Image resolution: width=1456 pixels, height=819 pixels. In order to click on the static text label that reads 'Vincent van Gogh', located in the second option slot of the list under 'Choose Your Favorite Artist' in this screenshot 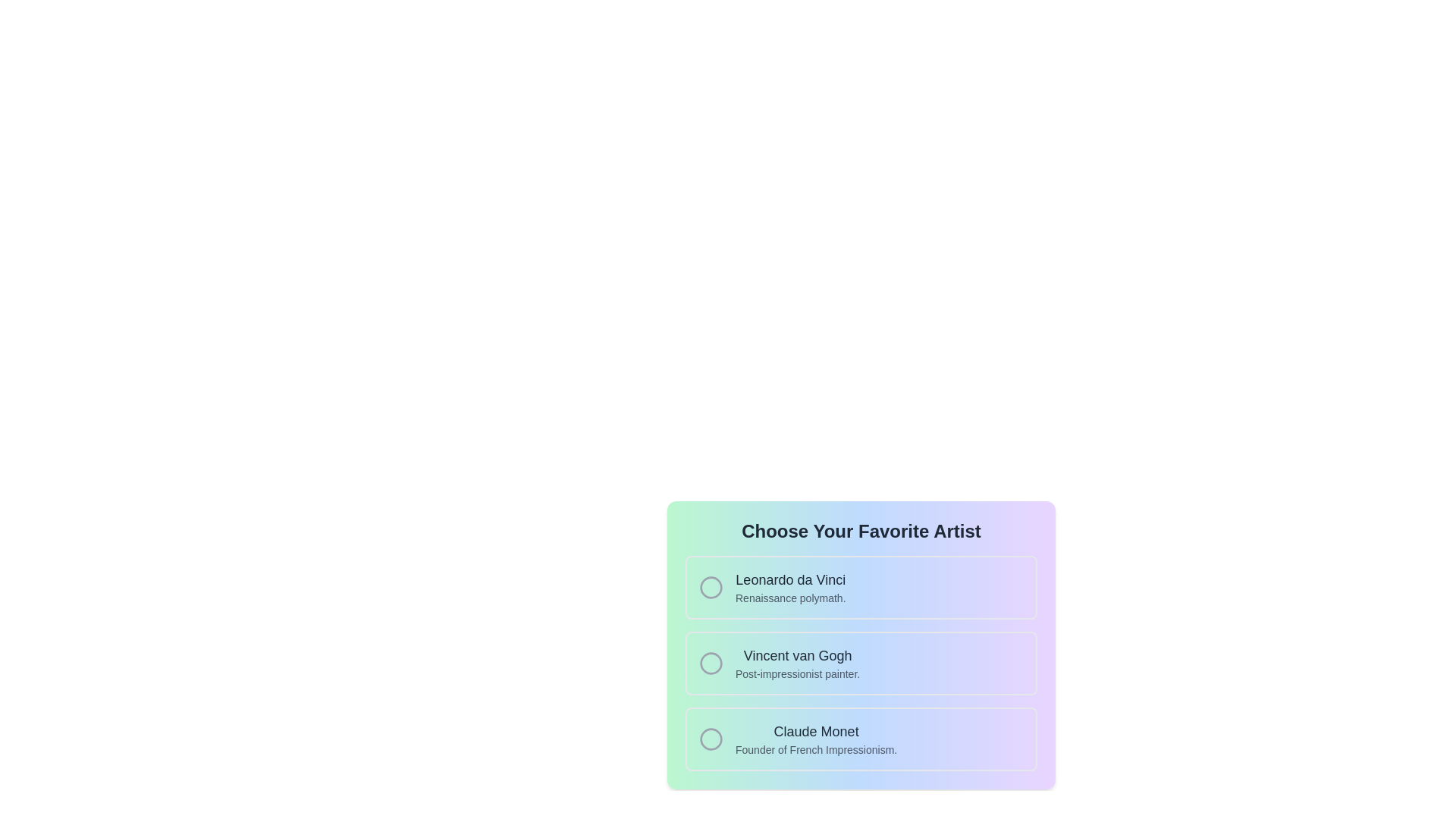, I will do `click(797, 654)`.